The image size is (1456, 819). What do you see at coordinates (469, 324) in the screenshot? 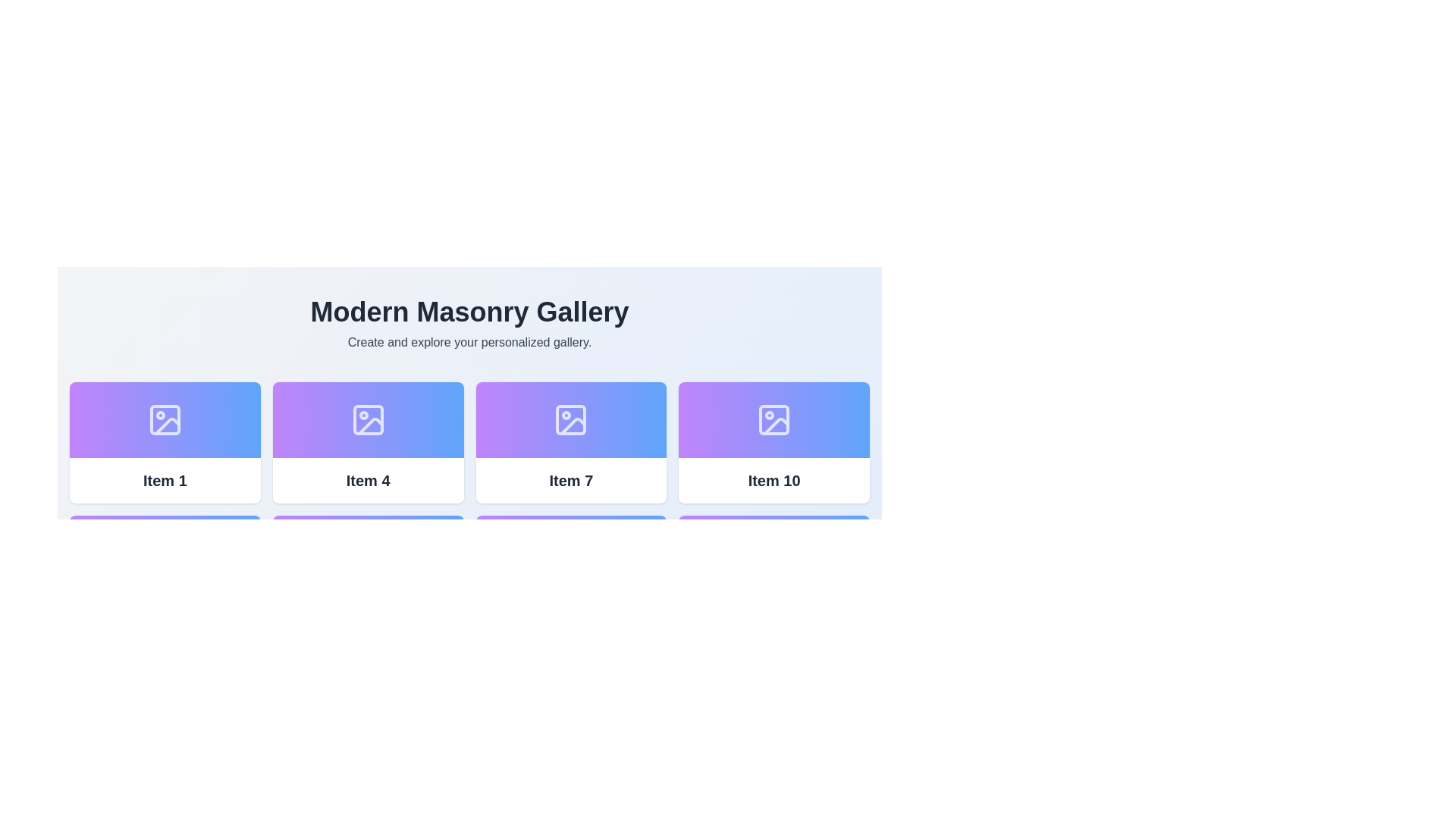
I see `the section header titled 'Modern Masonry Gallery' that contains the subtitle 'Create and explore your personalized gallery.'` at bounding box center [469, 324].